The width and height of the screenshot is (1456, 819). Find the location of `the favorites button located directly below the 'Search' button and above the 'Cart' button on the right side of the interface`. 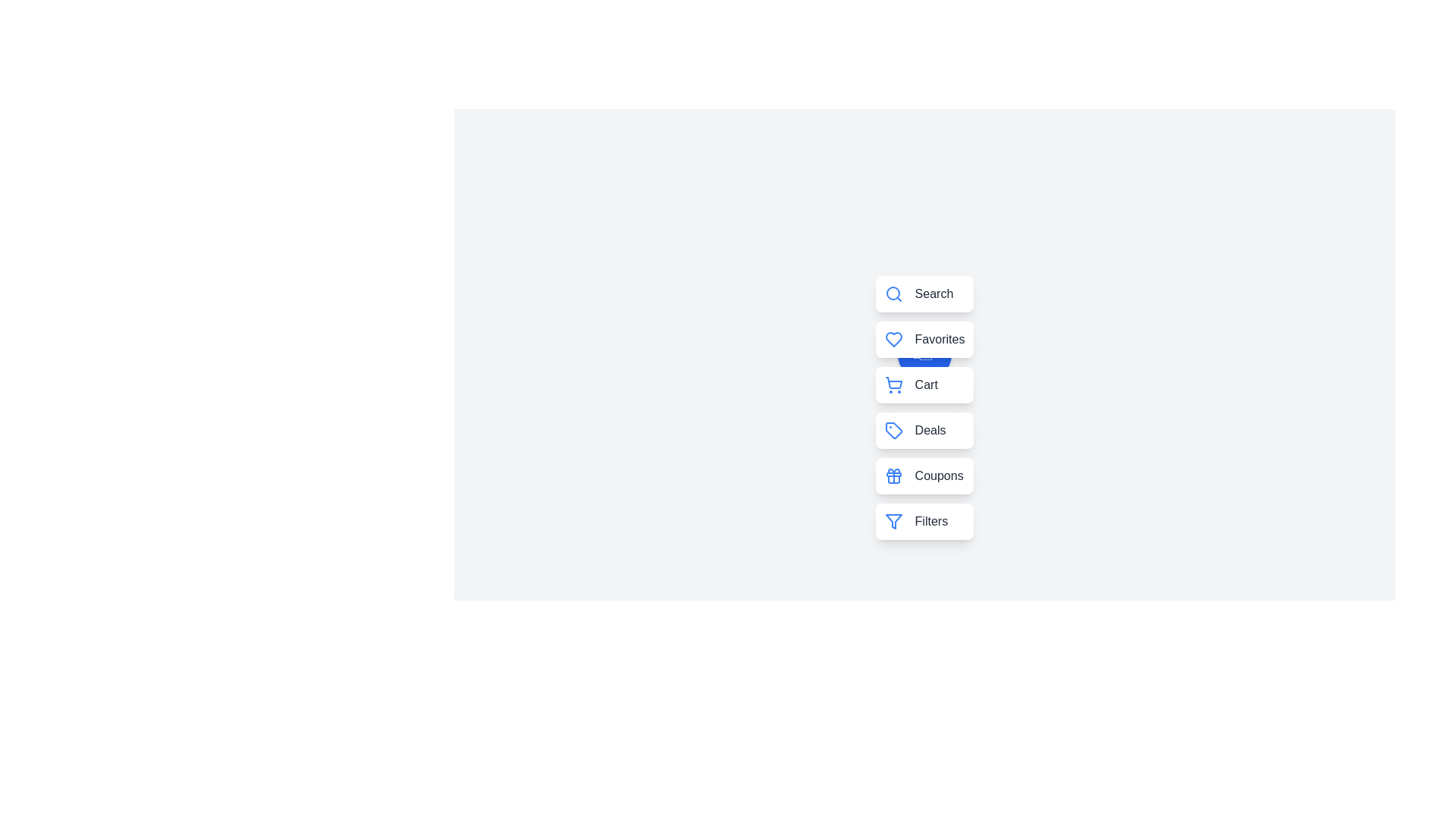

the favorites button located directly below the 'Search' button and above the 'Cart' button on the right side of the interface is located at coordinates (924, 338).